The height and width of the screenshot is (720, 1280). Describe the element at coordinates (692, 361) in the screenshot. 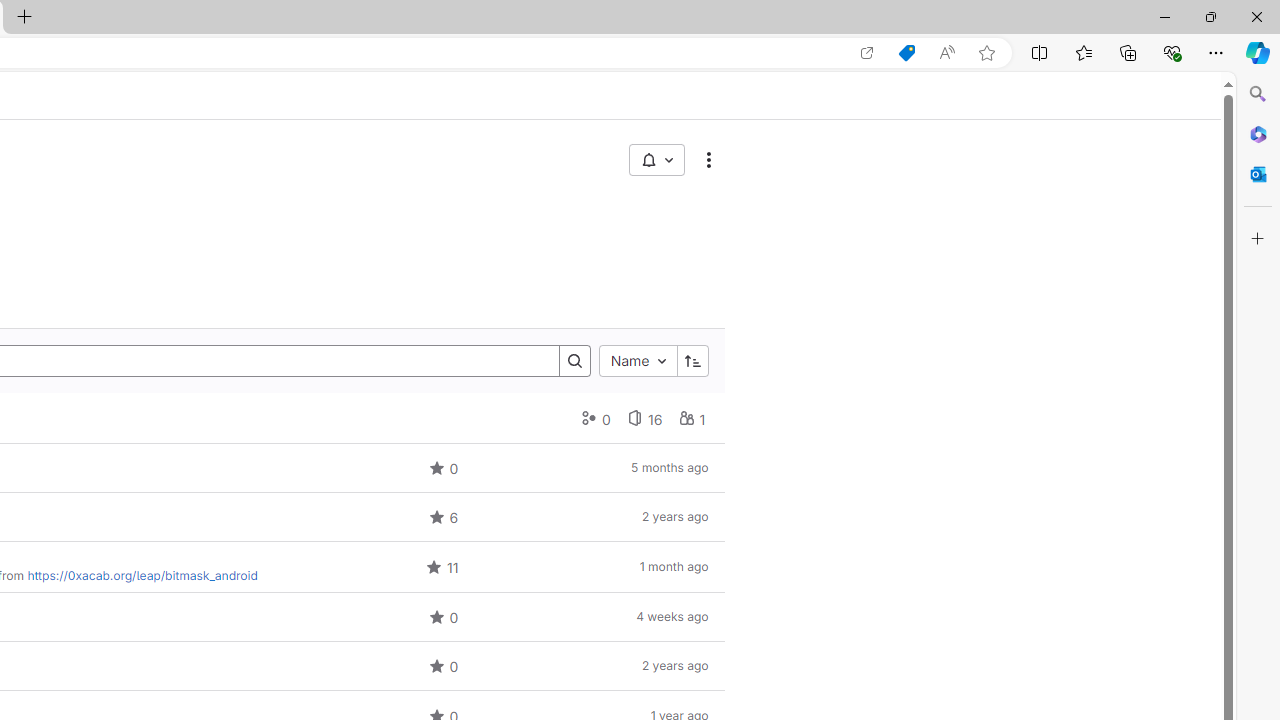

I see `'Sort direction: Ascending'` at that location.